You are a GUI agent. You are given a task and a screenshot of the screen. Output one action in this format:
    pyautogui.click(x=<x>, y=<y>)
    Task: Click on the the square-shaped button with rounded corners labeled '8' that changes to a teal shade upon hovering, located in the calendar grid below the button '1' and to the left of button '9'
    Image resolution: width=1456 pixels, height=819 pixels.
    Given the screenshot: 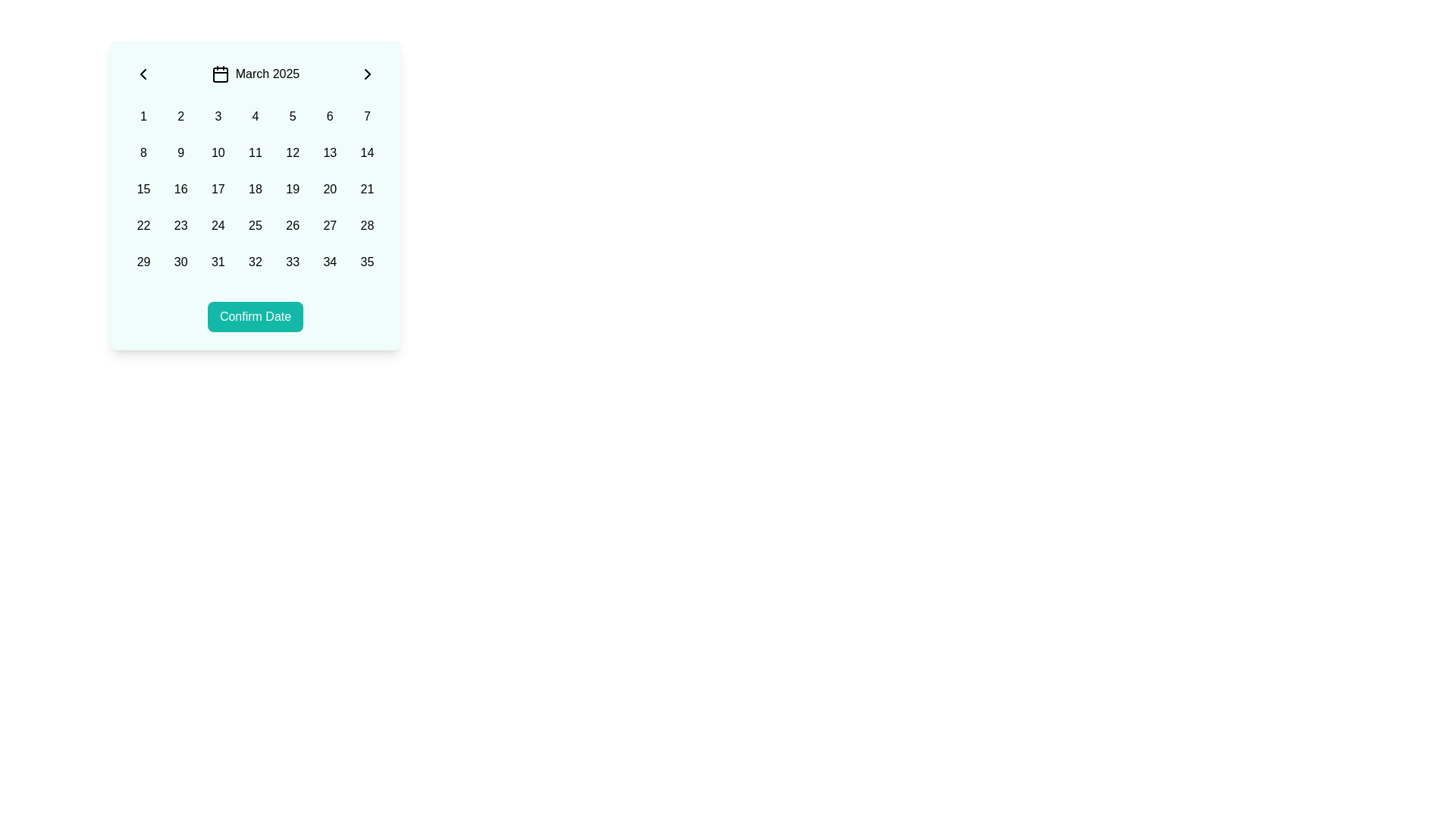 What is the action you would take?
    pyautogui.click(x=143, y=152)
    